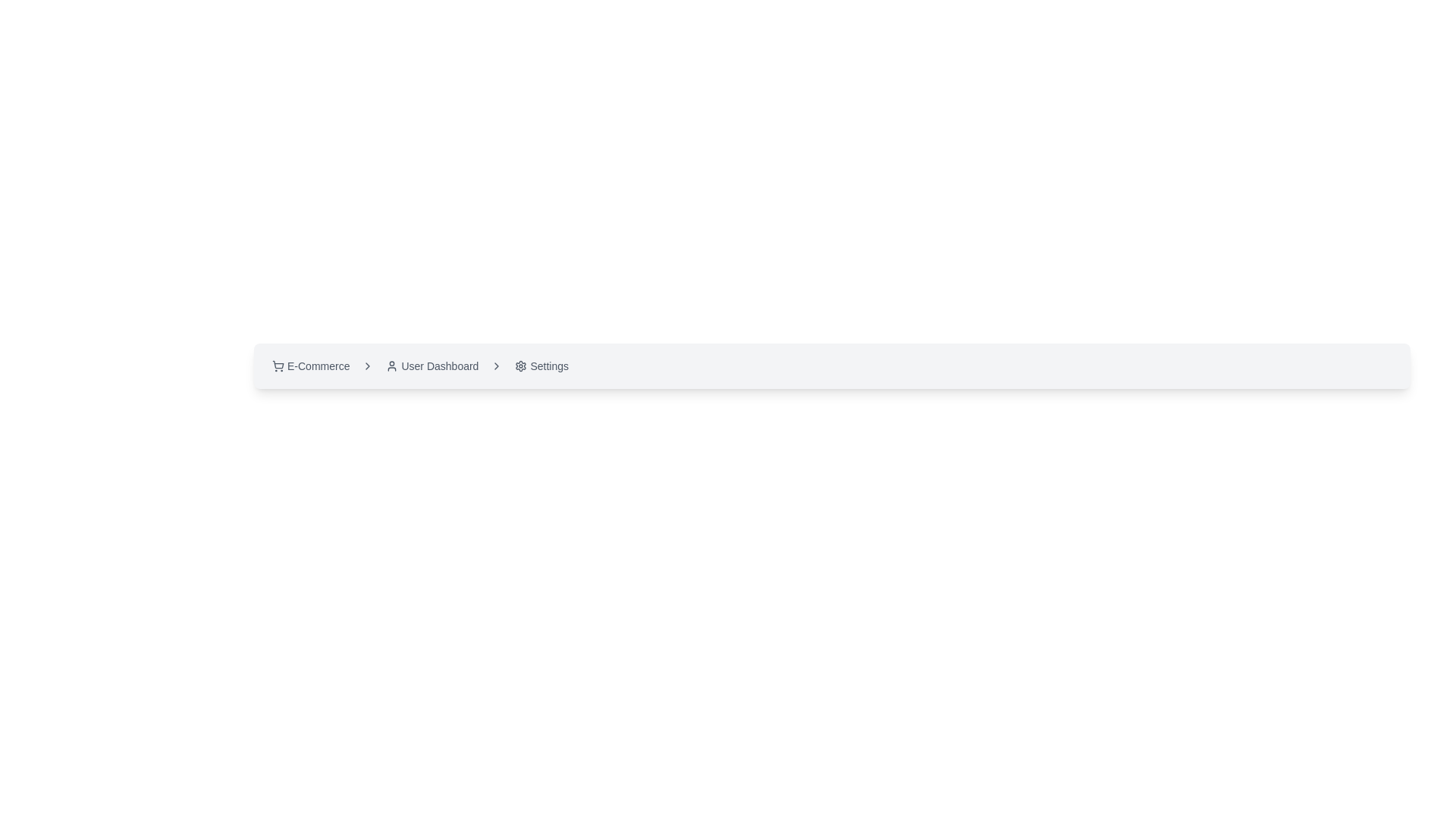 The image size is (1456, 819). Describe the element at coordinates (392, 366) in the screenshot. I see `the 'User Dashboard' icon located in the navigation bar` at that location.